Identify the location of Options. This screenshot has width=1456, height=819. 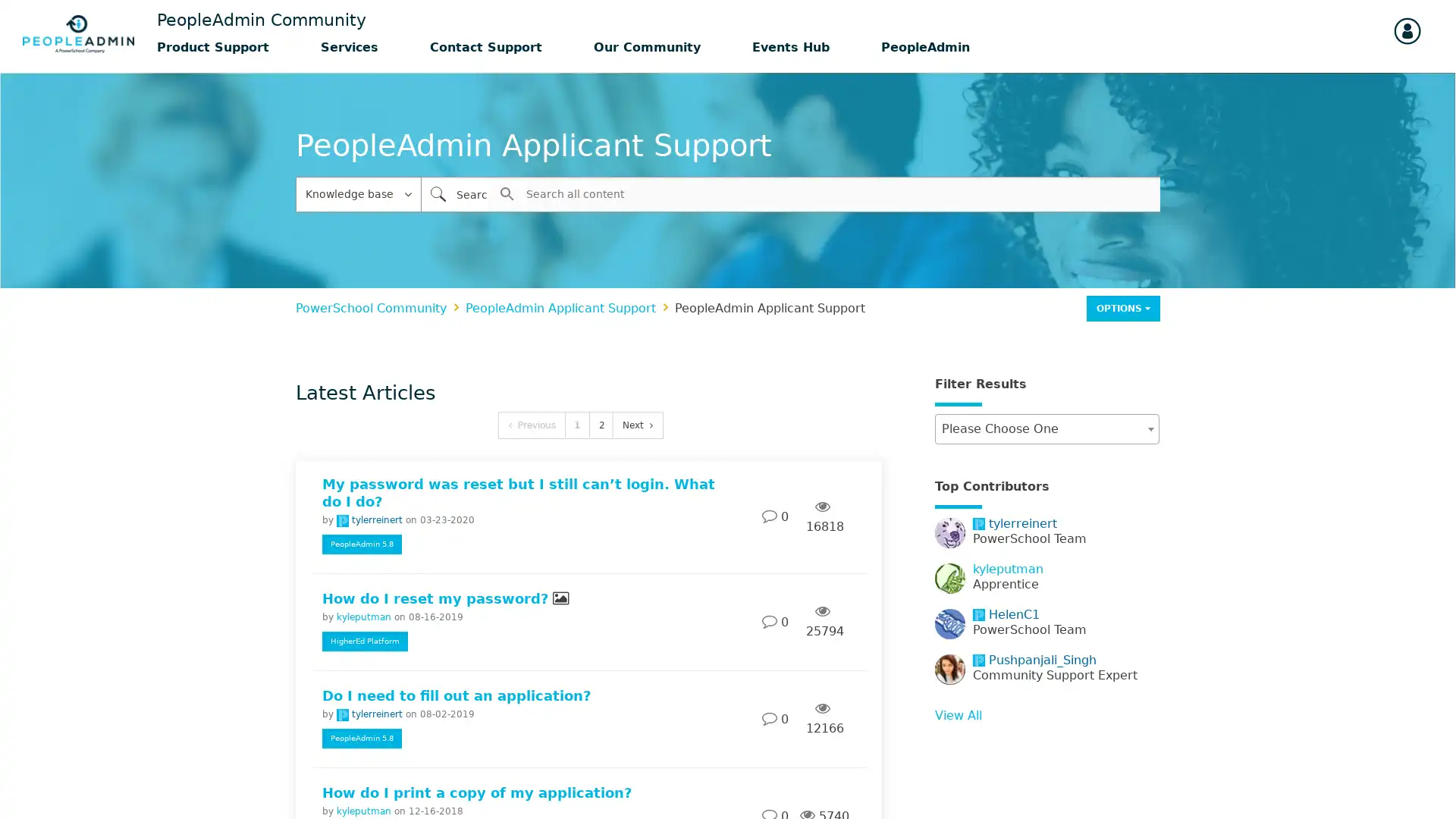
(1123, 307).